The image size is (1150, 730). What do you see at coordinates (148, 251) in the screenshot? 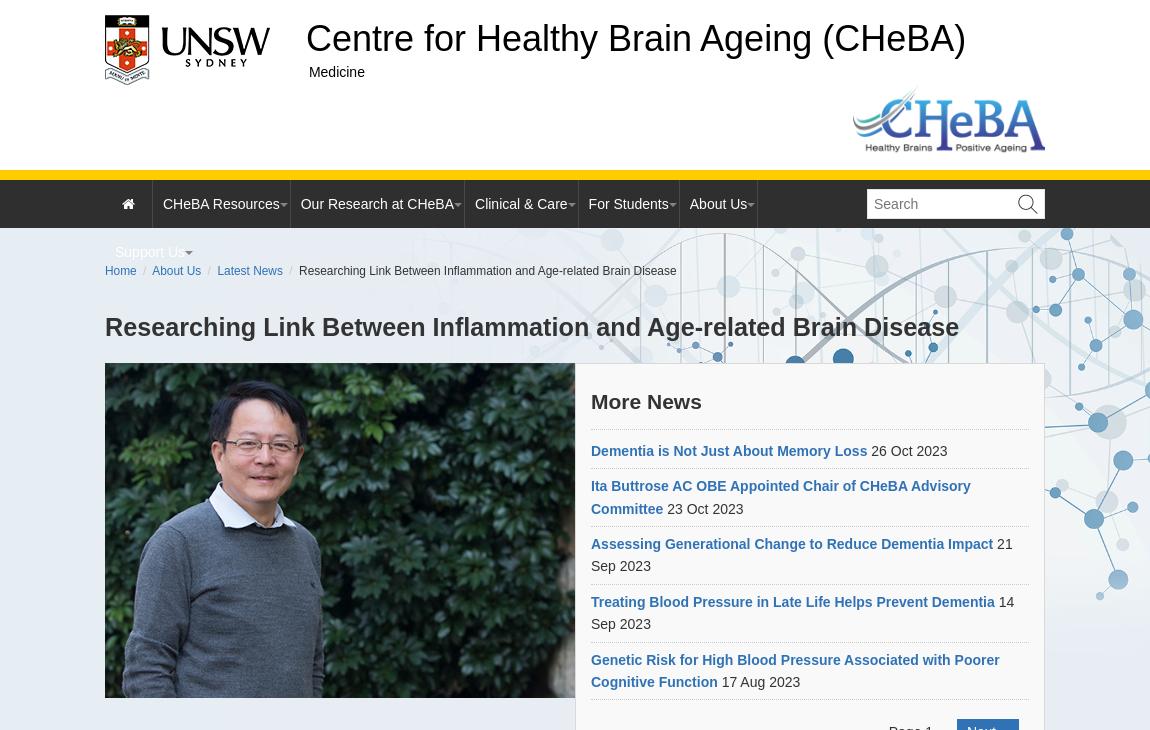
I see `'Support Us'` at bounding box center [148, 251].